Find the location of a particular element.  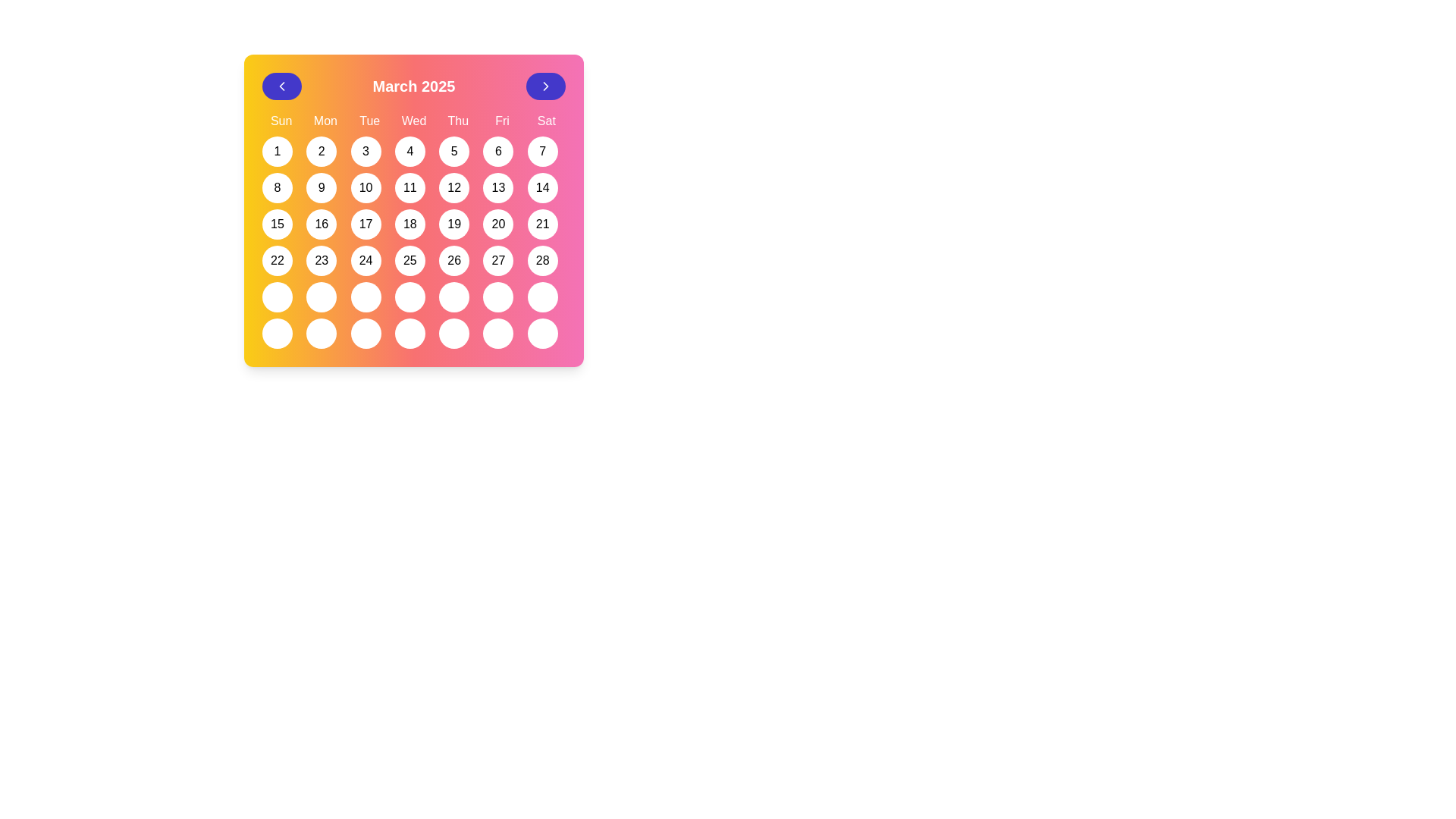

the button representing the date in the calendar interface located in the sixth row and seventh column of the grid is located at coordinates (542, 224).